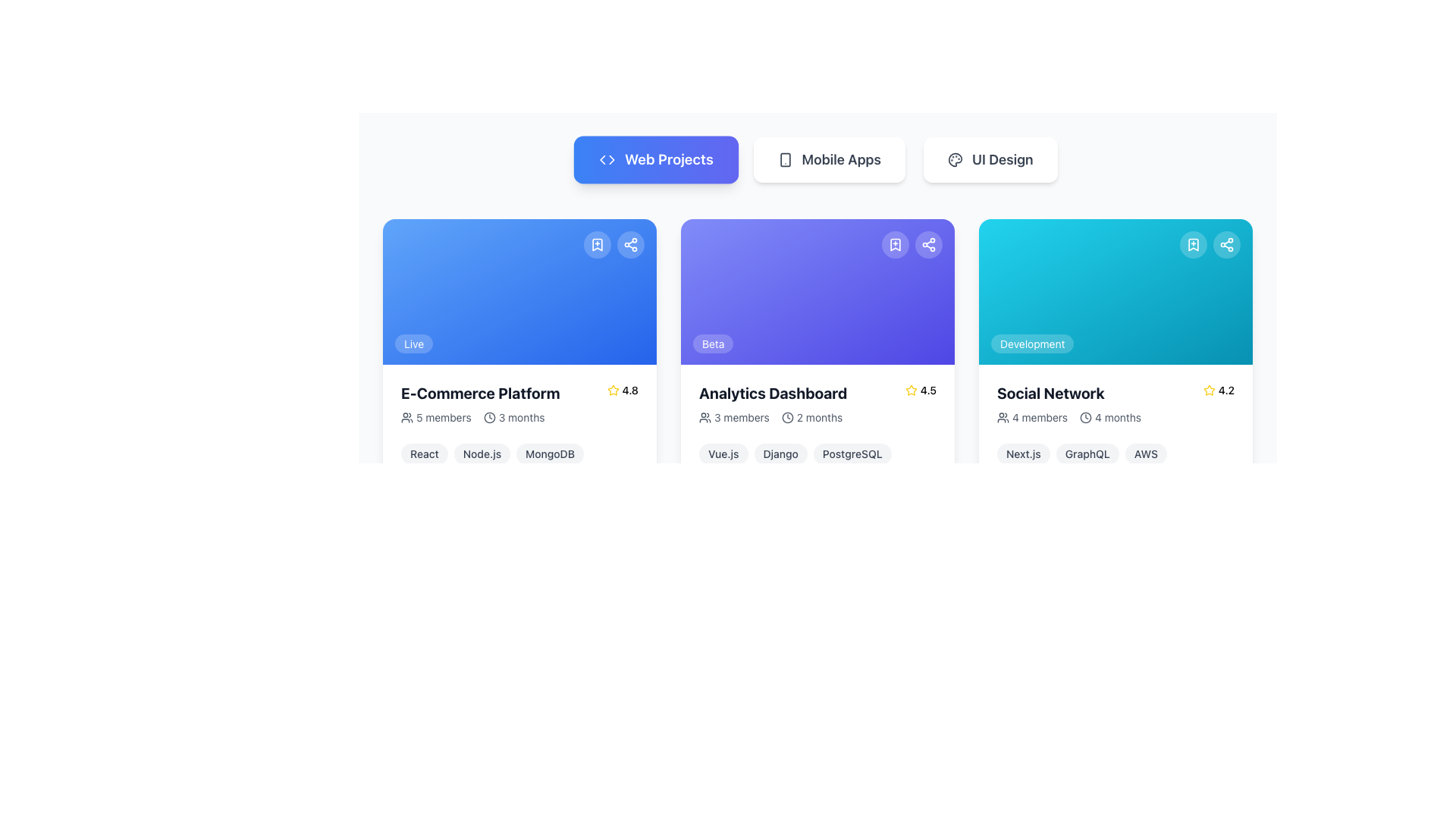 This screenshot has width=1456, height=819. I want to click on the time duration icon located to the left of the '3 months' text in the bottom information section of the 'E-Commerce Platform' card, so click(489, 418).